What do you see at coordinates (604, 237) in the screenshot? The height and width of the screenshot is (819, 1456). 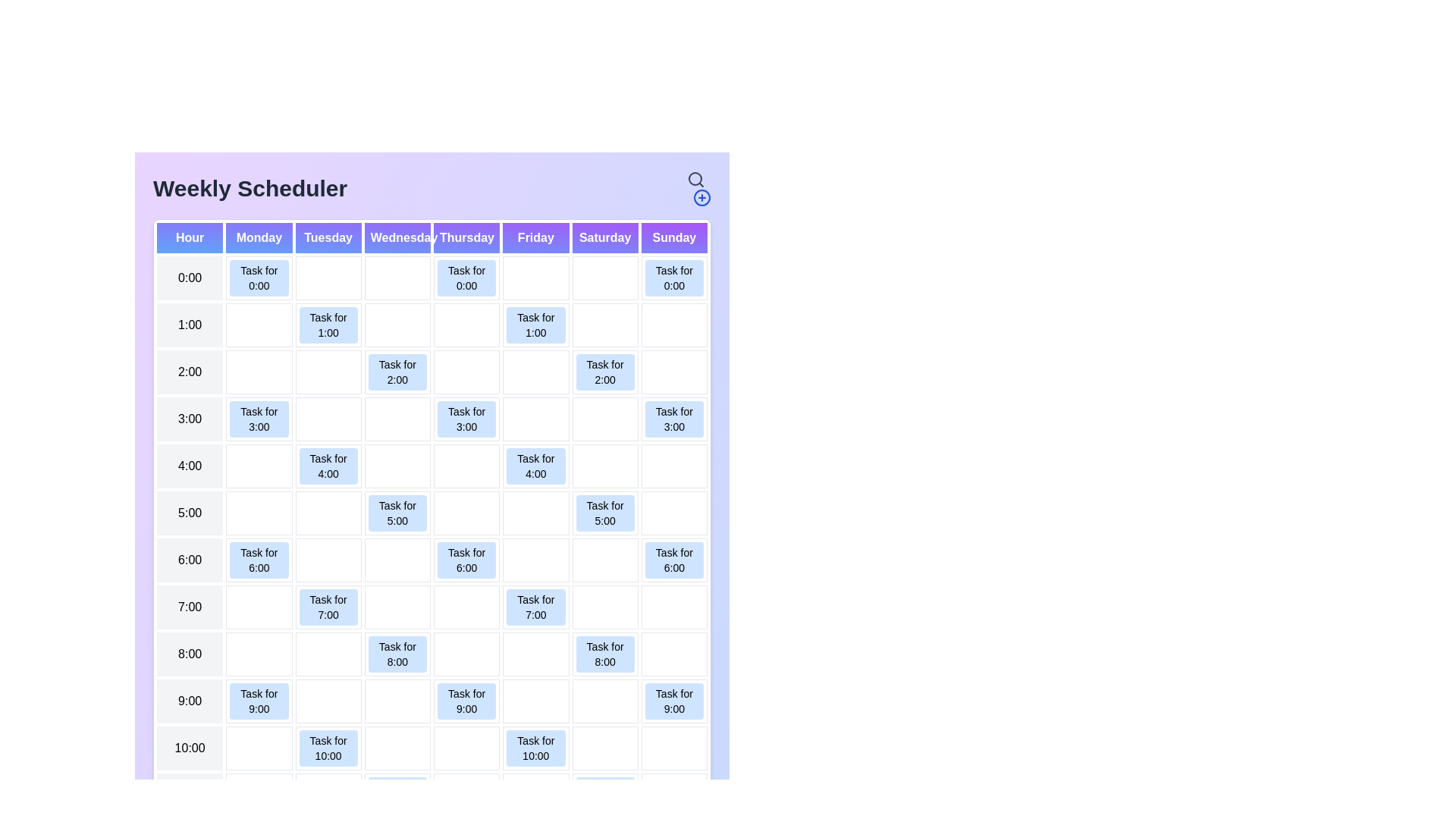 I see `the header for Saturday to highlight or filter tasks for that day` at bounding box center [604, 237].